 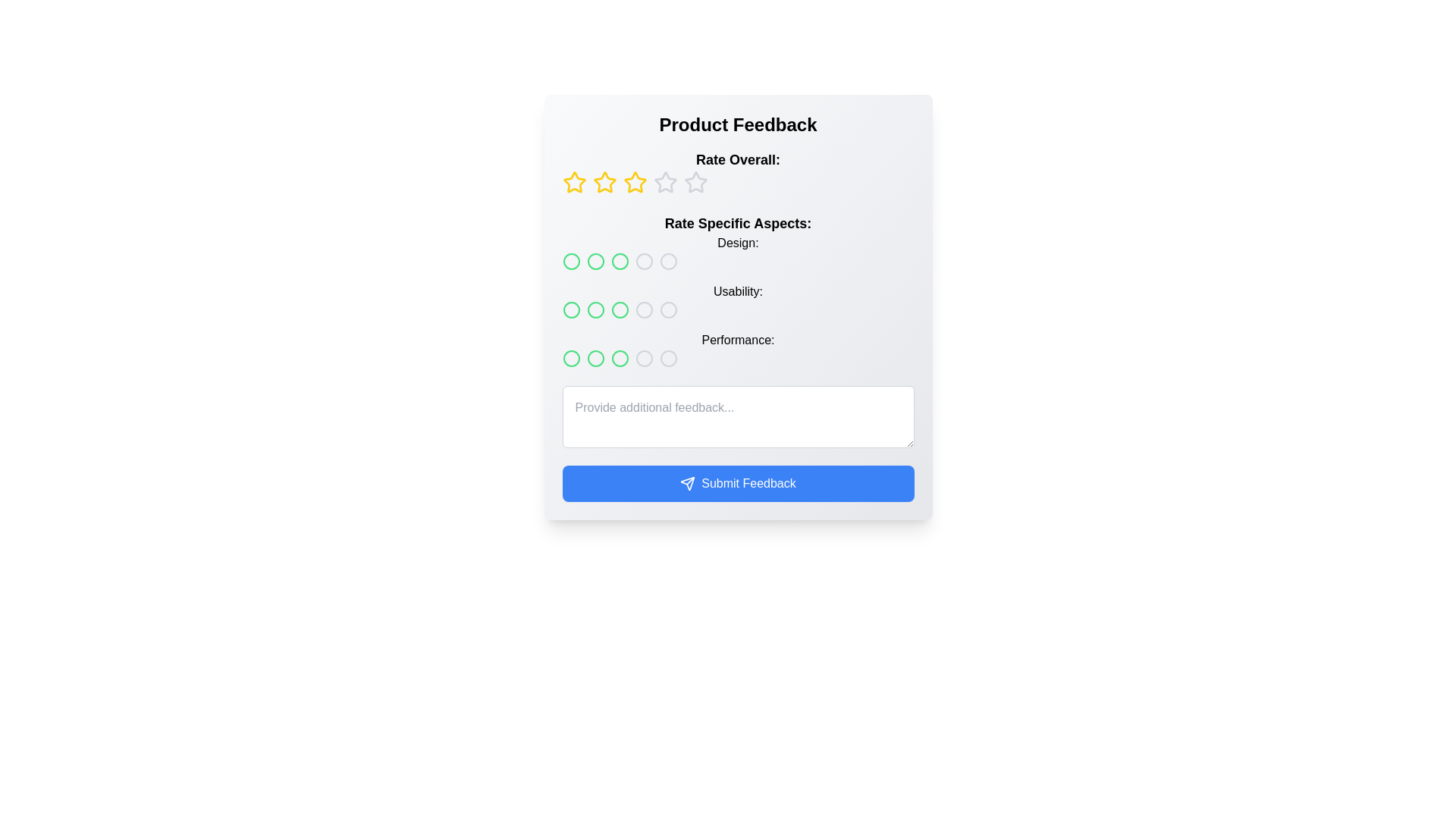 What do you see at coordinates (644, 359) in the screenshot?
I see `the fourth radio button in the third row under 'Rate Specific Aspects:' labeled 'Performance'` at bounding box center [644, 359].